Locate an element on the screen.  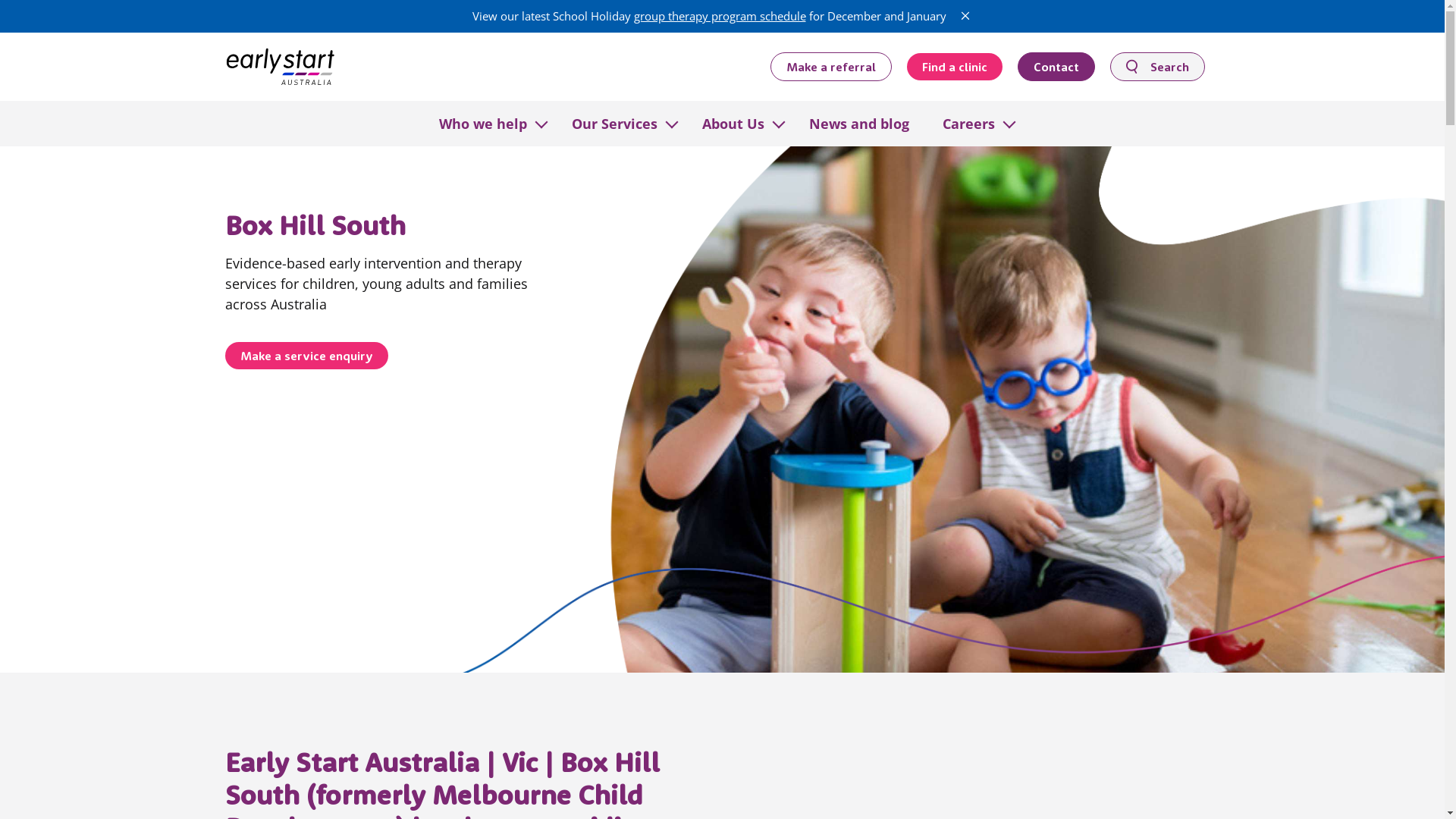
'Search' is located at coordinates (1156, 65).